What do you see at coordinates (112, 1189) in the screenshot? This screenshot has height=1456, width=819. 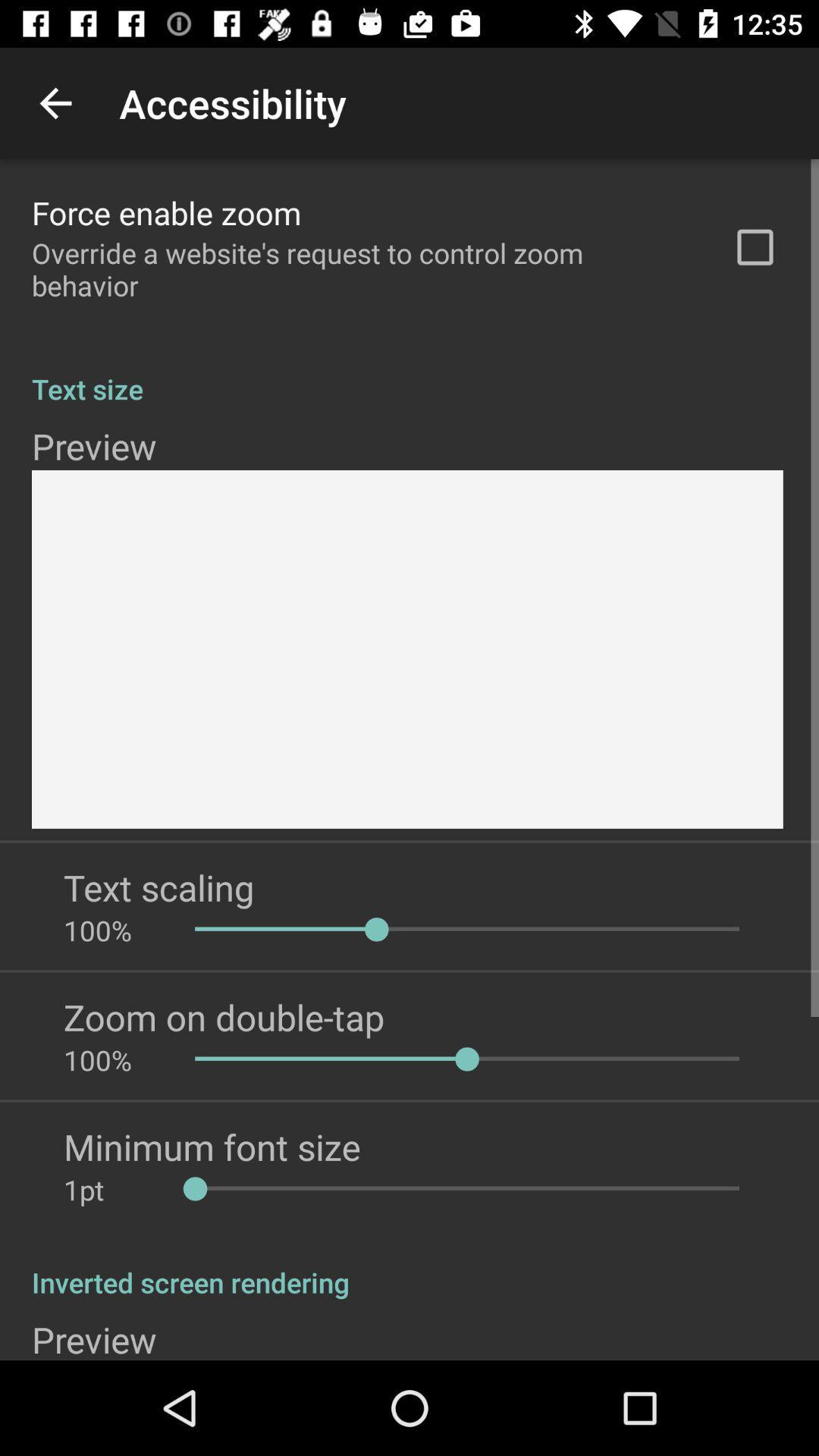 I see `the app above the inverted screen rendering icon` at bounding box center [112, 1189].